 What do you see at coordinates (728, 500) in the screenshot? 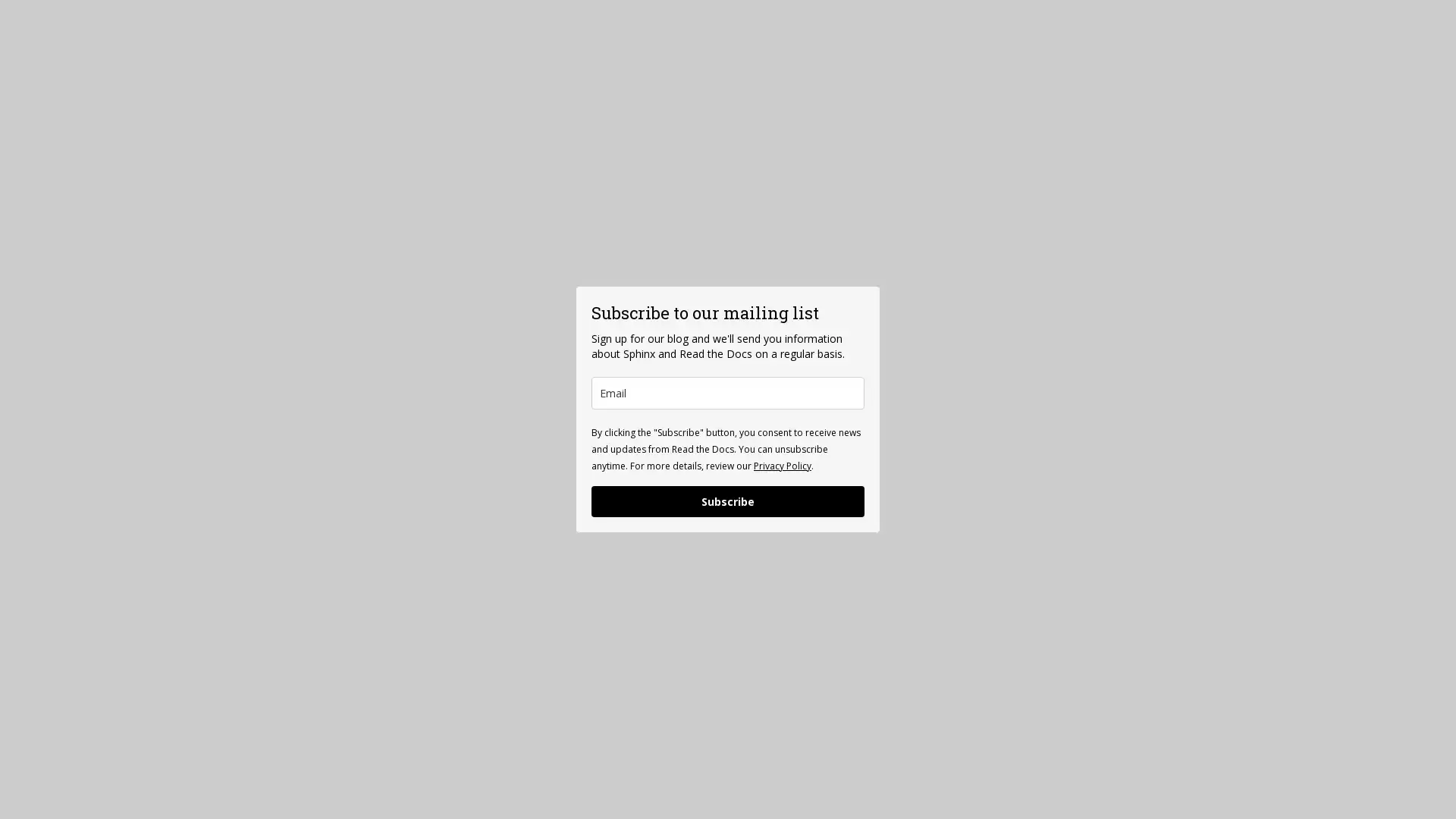
I see `Subscribe` at bounding box center [728, 500].